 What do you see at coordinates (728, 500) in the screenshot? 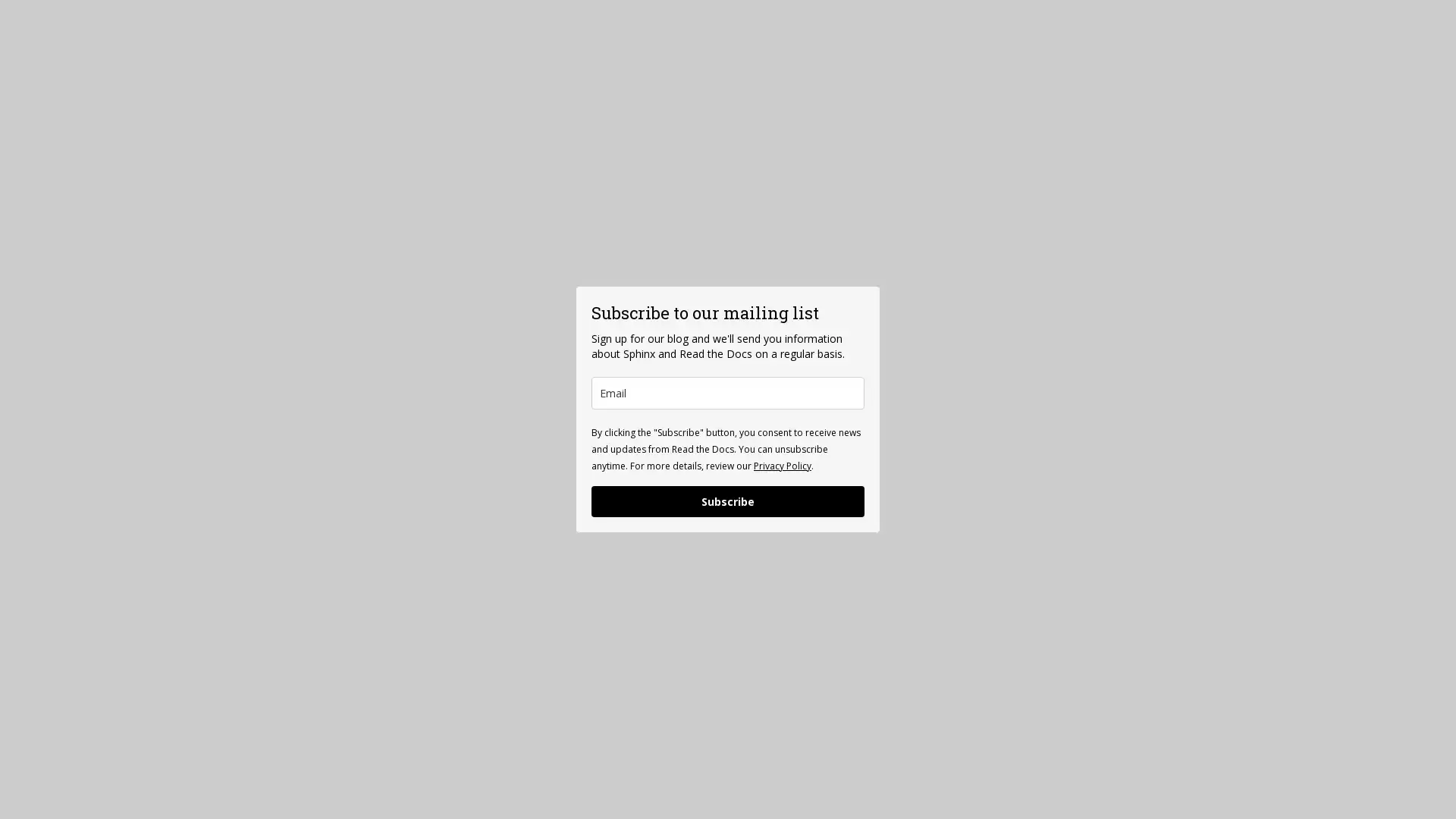
I see `Subscribe` at bounding box center [728, 500].